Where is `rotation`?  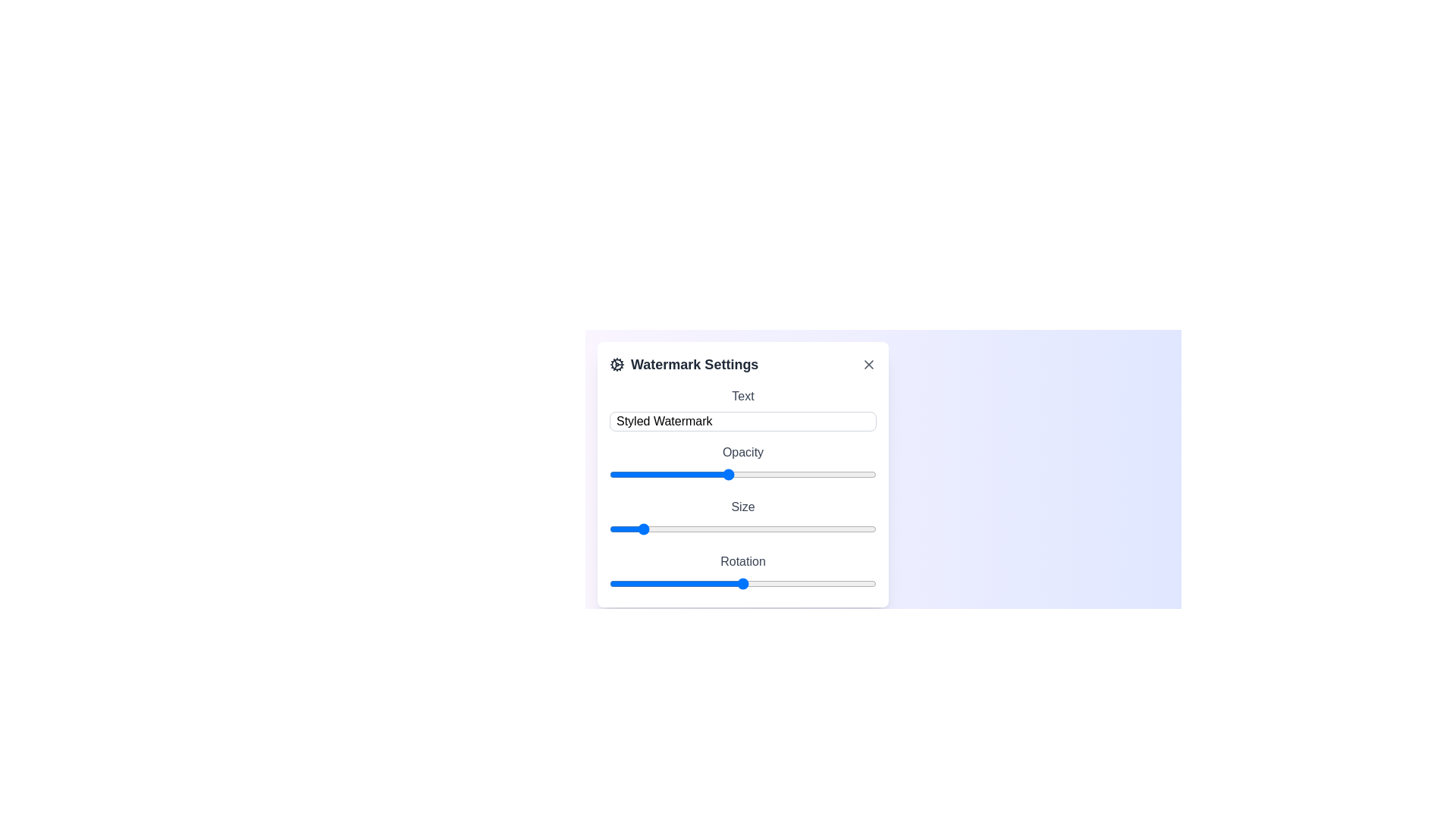 rotation is located at coordinates (721, 583).